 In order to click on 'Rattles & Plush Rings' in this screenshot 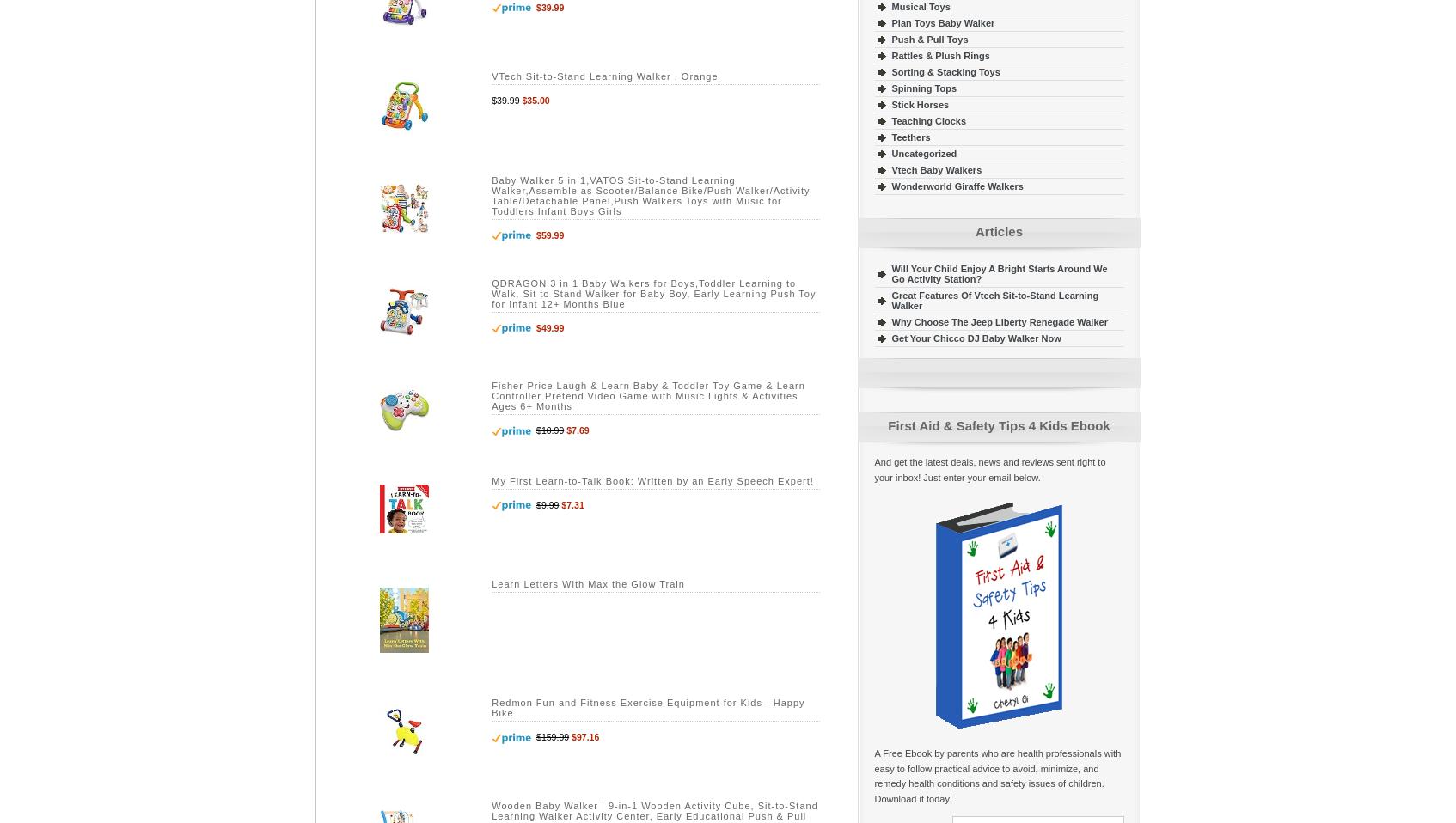, I will do `click(939, 54)`.